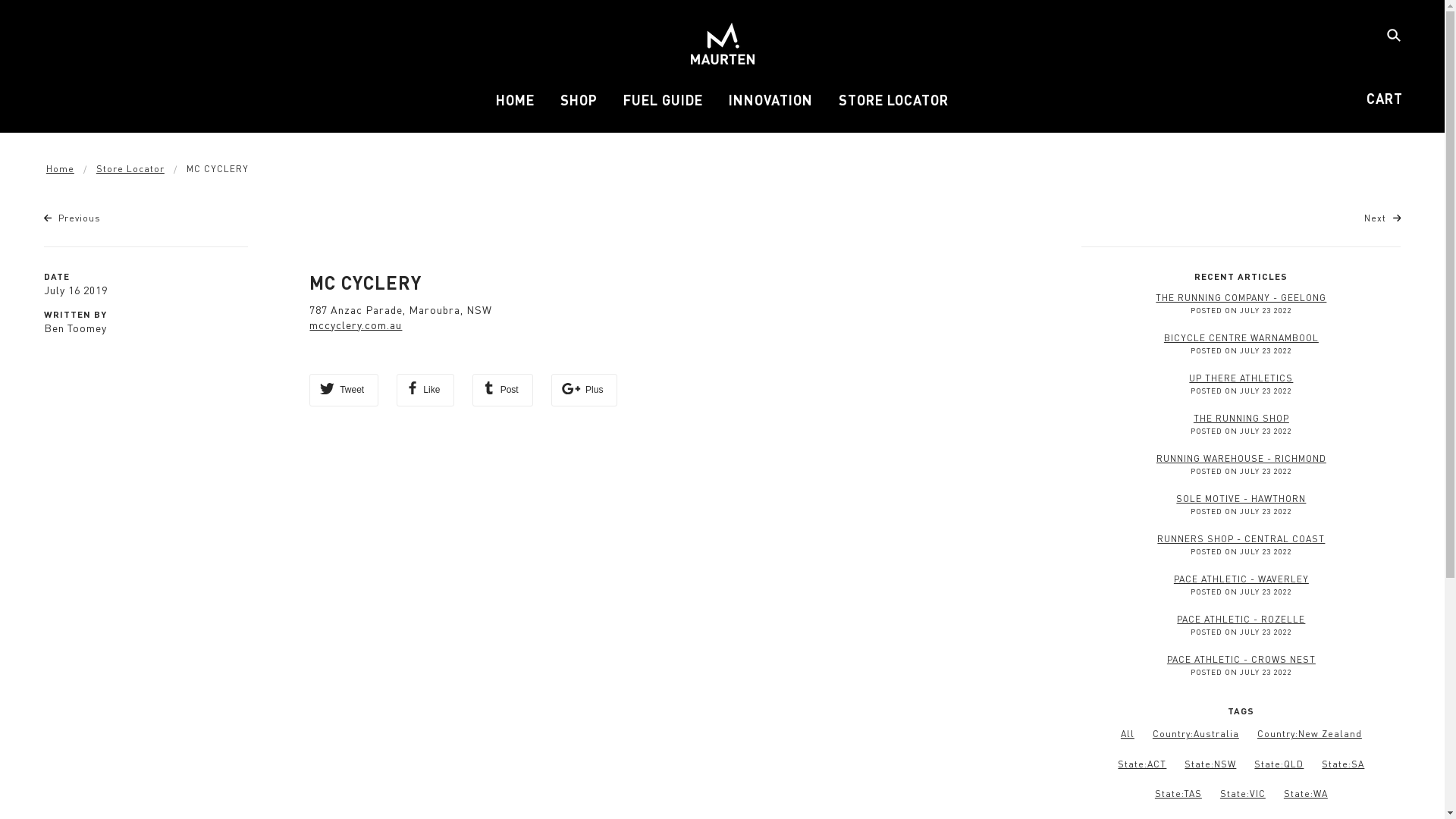 This screenshot has height=819, width=1456. Describe the element at coordinates (72, 218) in the screenshot. I see `'Previous'` at that location.